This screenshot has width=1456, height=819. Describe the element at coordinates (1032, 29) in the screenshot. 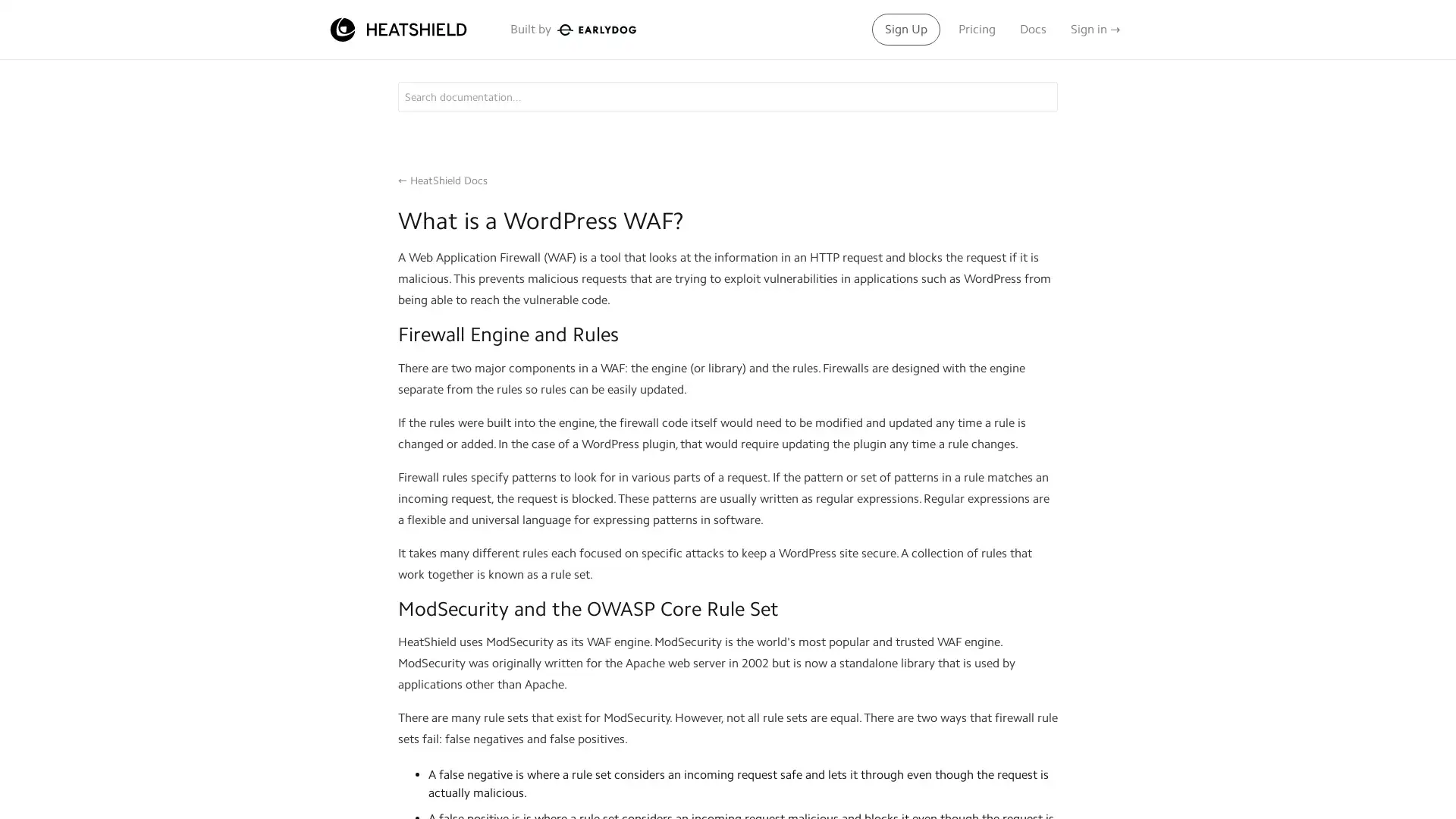

I see `Docs` at that location.